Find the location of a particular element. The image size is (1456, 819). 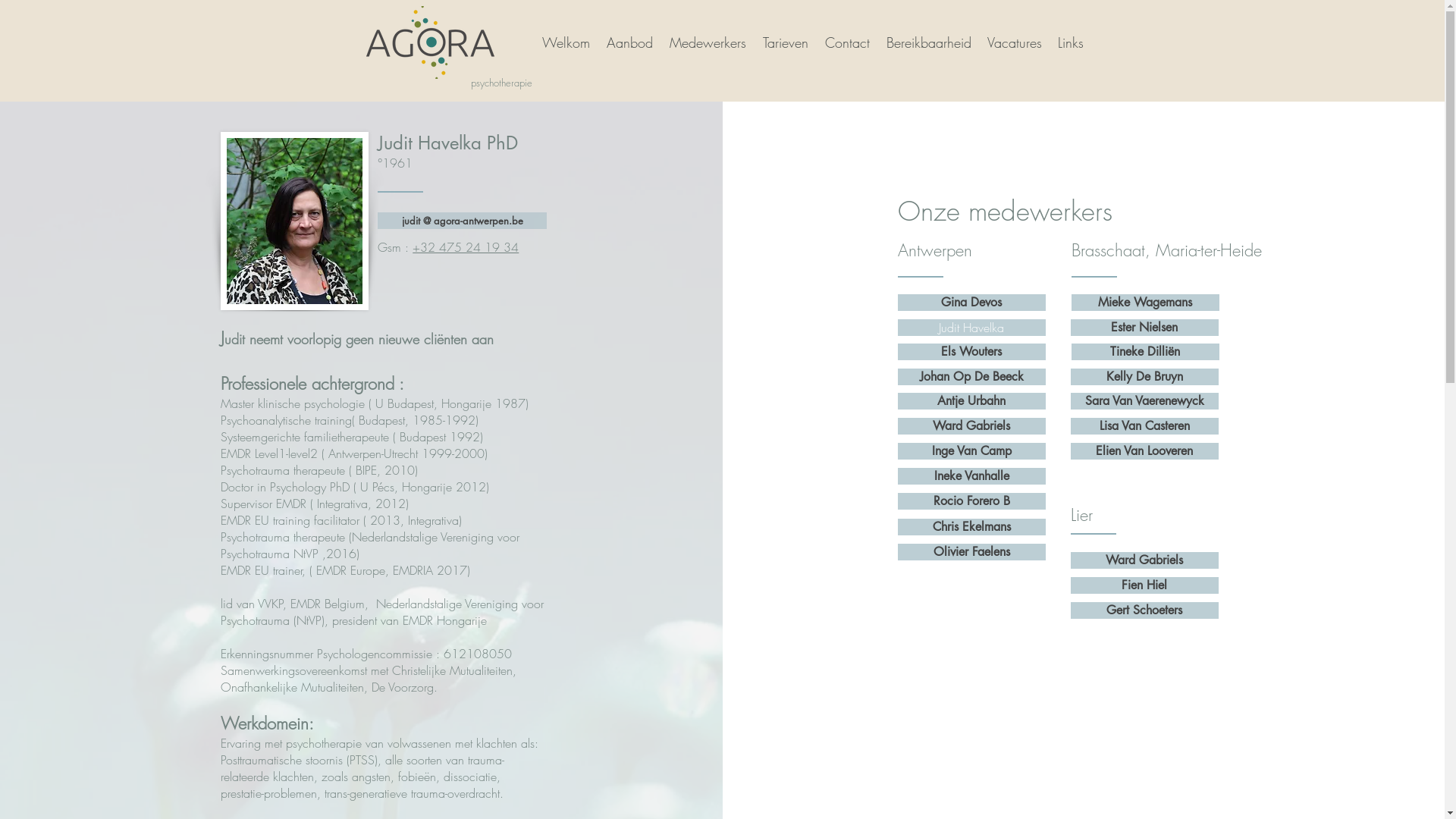

'judit @ agora-antwerpen.be' is located at coordinates (461, 220).